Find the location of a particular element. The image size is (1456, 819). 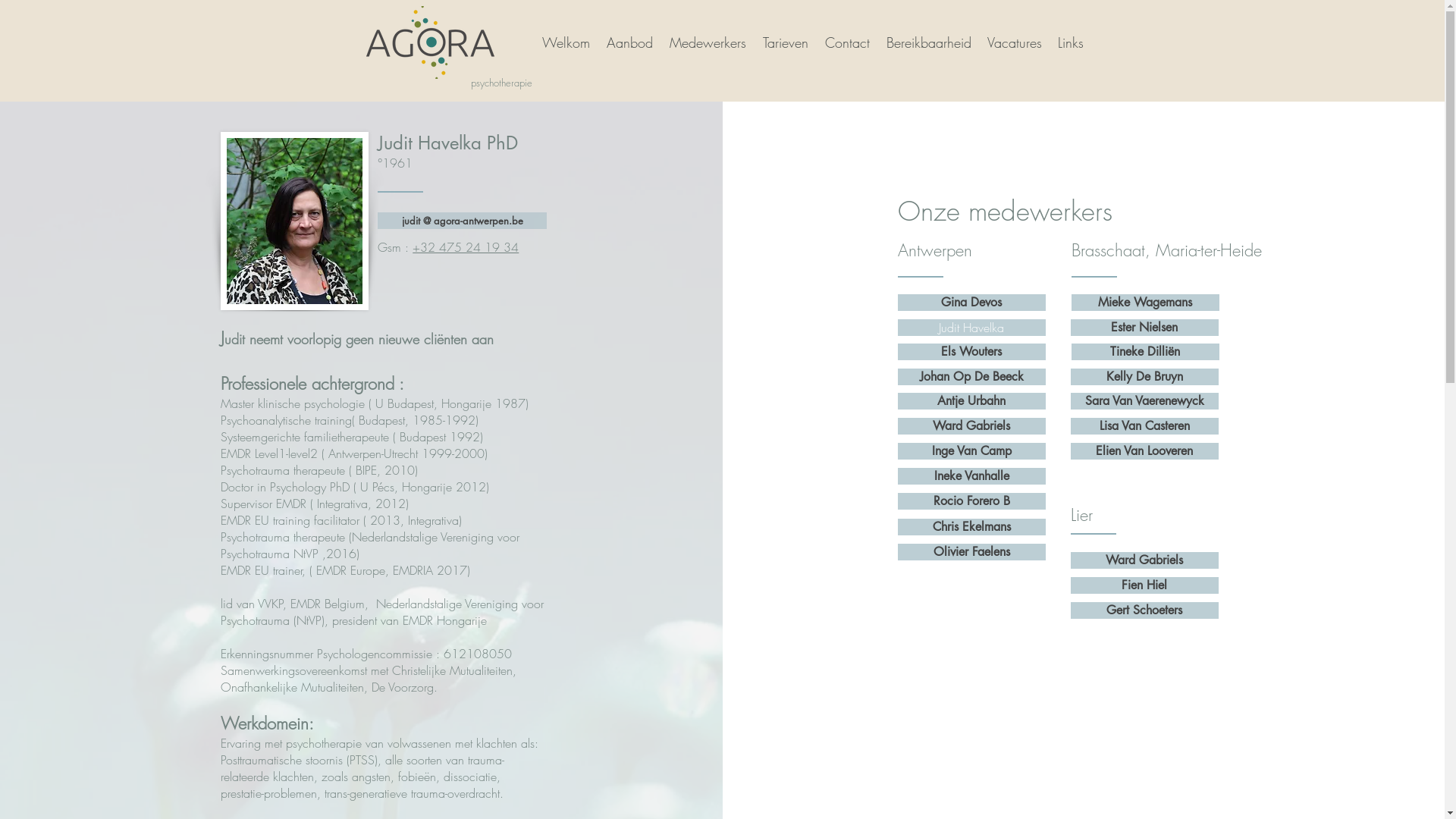

'judit @ agora-antwerpen.be' is located at coordinates (461, 220).